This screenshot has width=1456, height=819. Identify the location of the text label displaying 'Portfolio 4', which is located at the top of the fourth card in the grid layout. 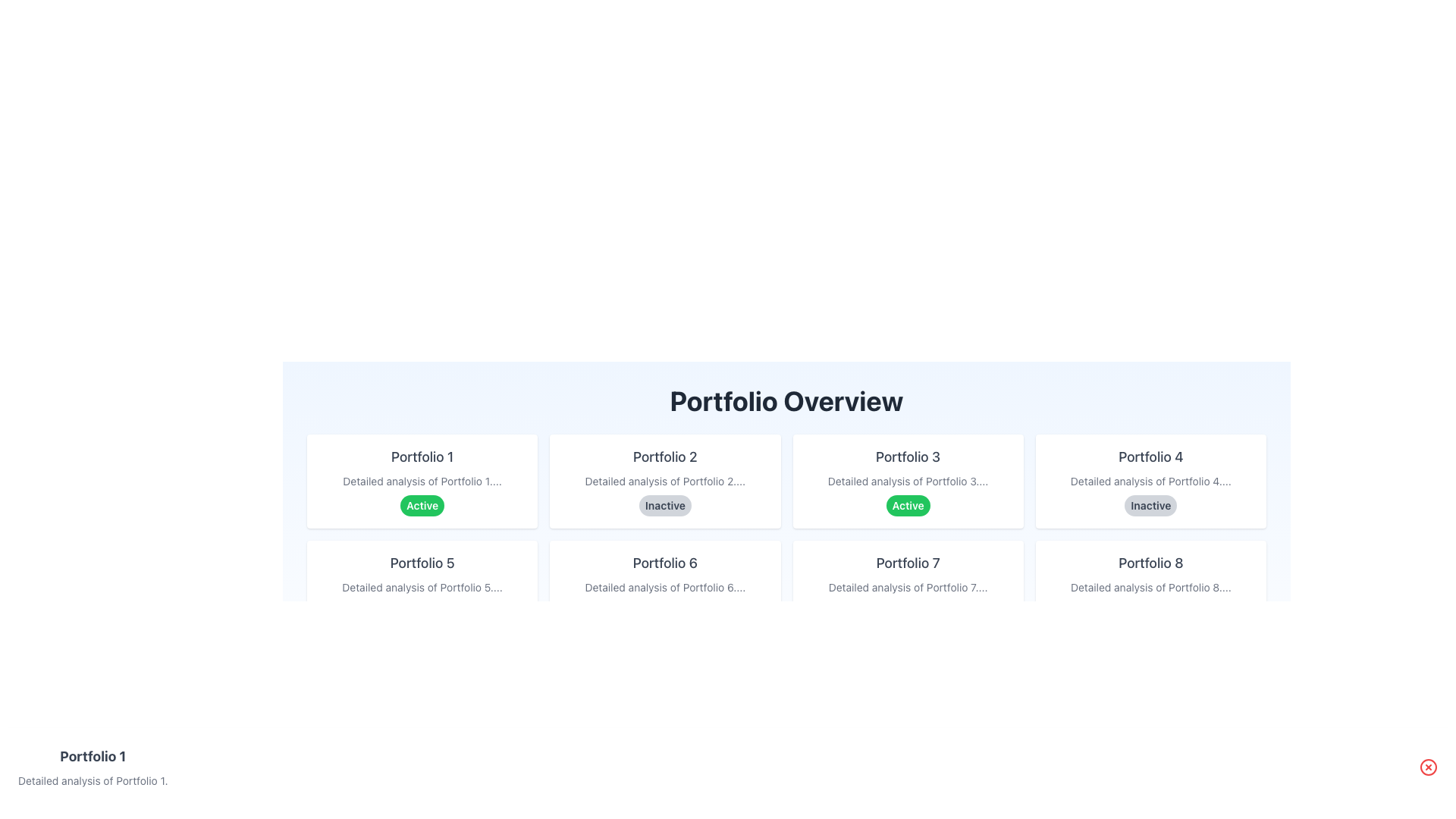
(1150, 456).